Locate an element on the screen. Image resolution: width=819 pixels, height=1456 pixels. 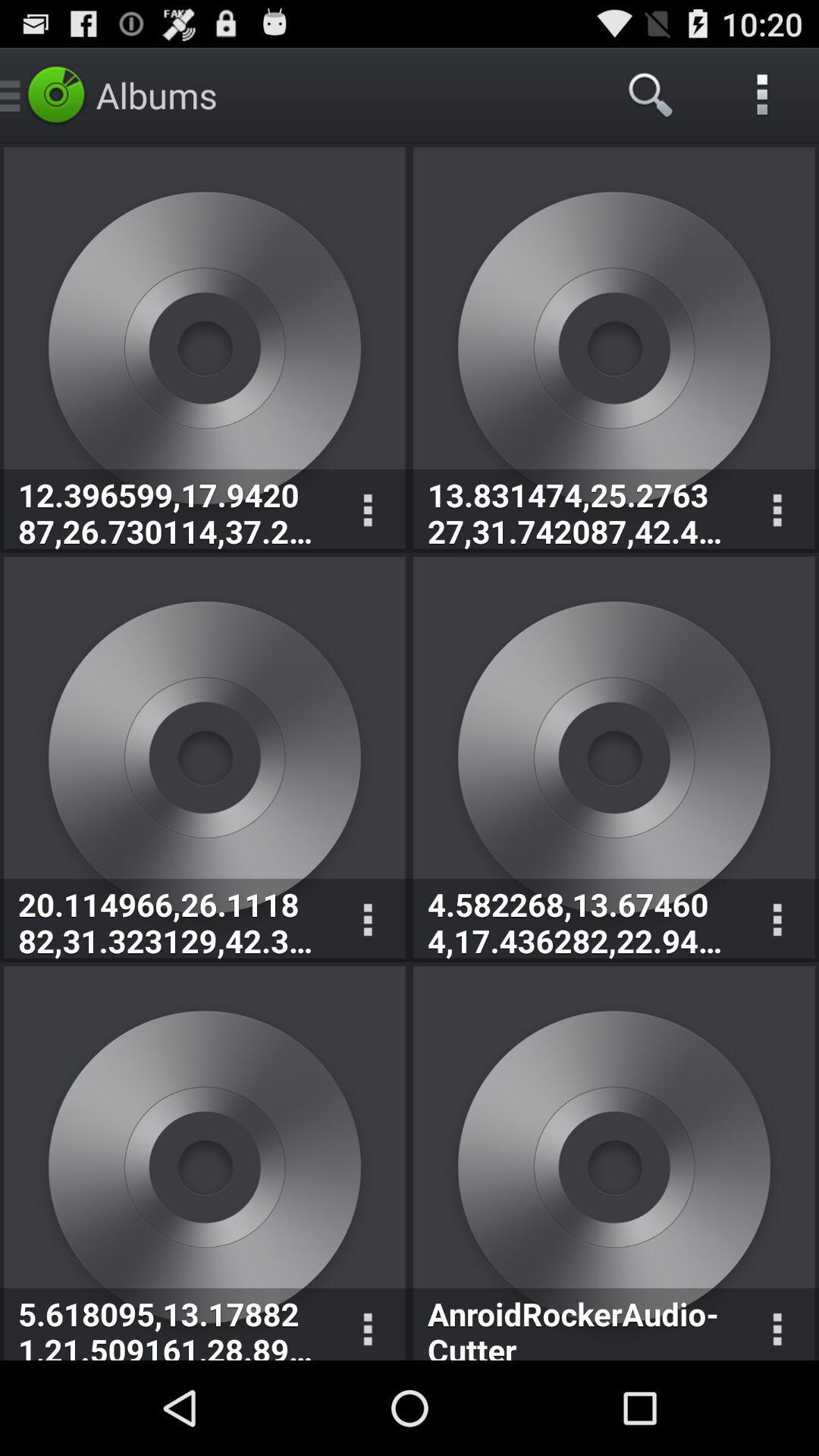
more options is located at coordinates (367, 1323).